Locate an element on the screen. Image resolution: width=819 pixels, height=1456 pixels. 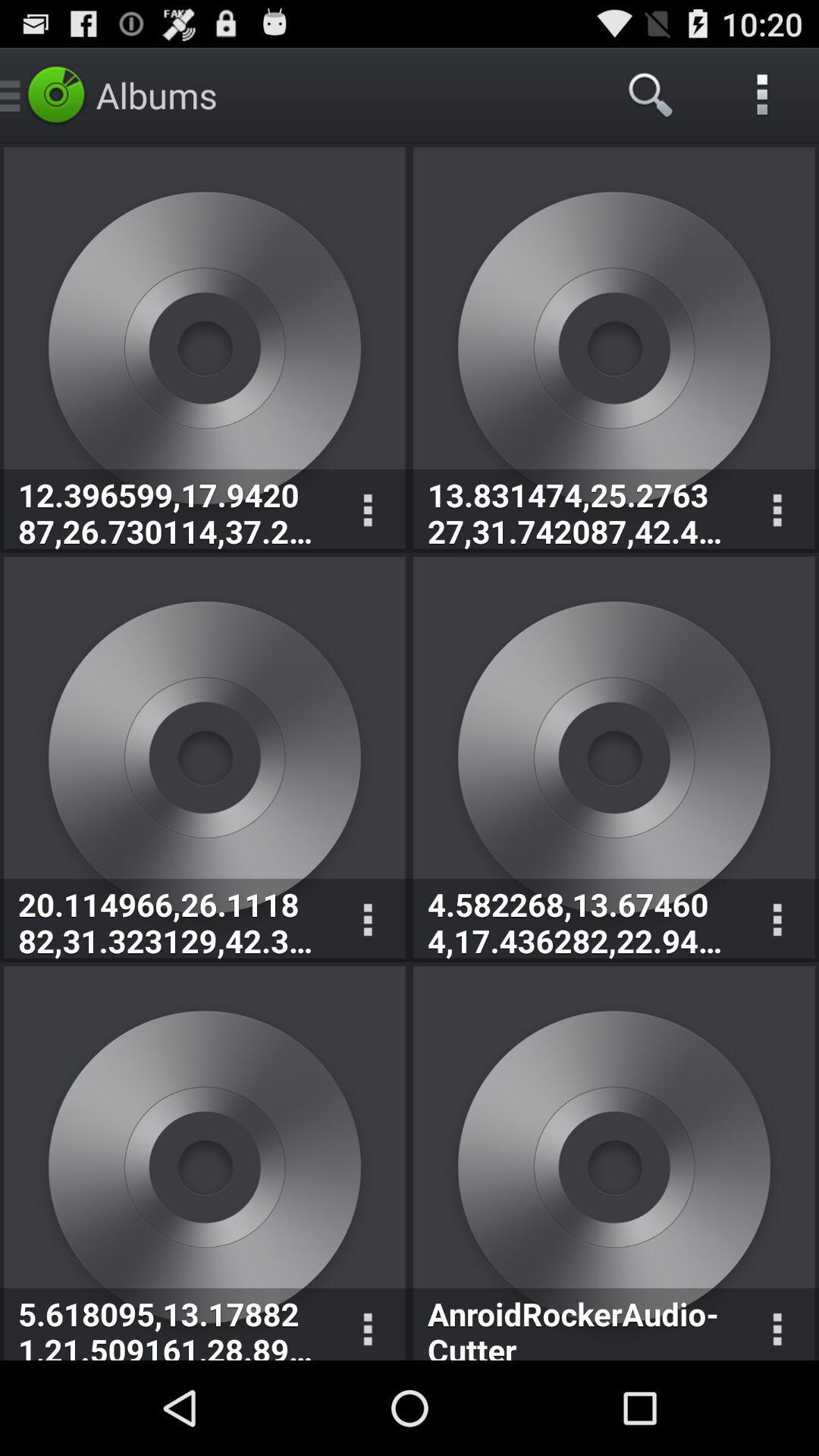
more options is located at coordinates (367, 1323).